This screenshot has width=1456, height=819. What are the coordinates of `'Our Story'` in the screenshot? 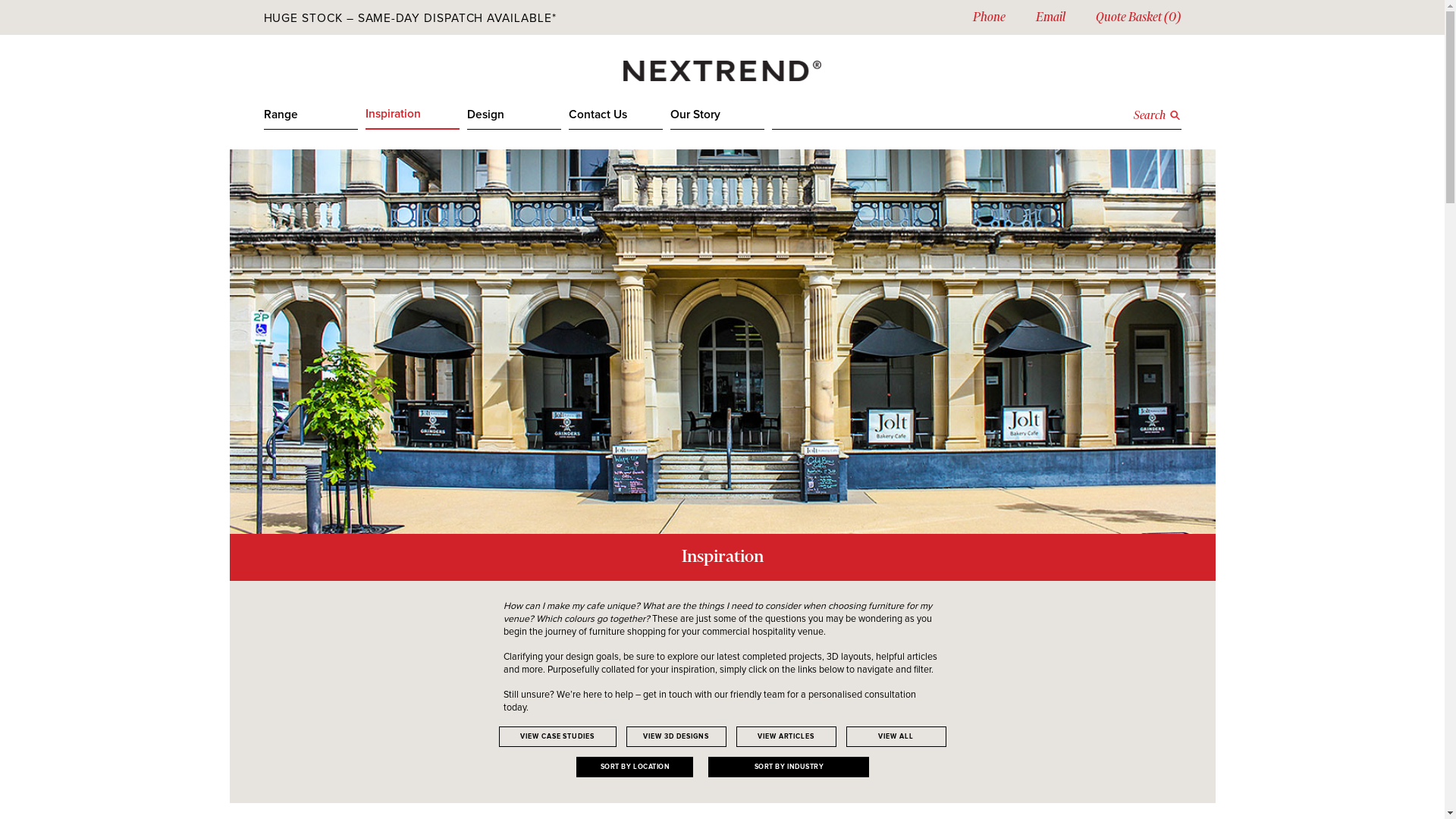 It's located at (716, 118).